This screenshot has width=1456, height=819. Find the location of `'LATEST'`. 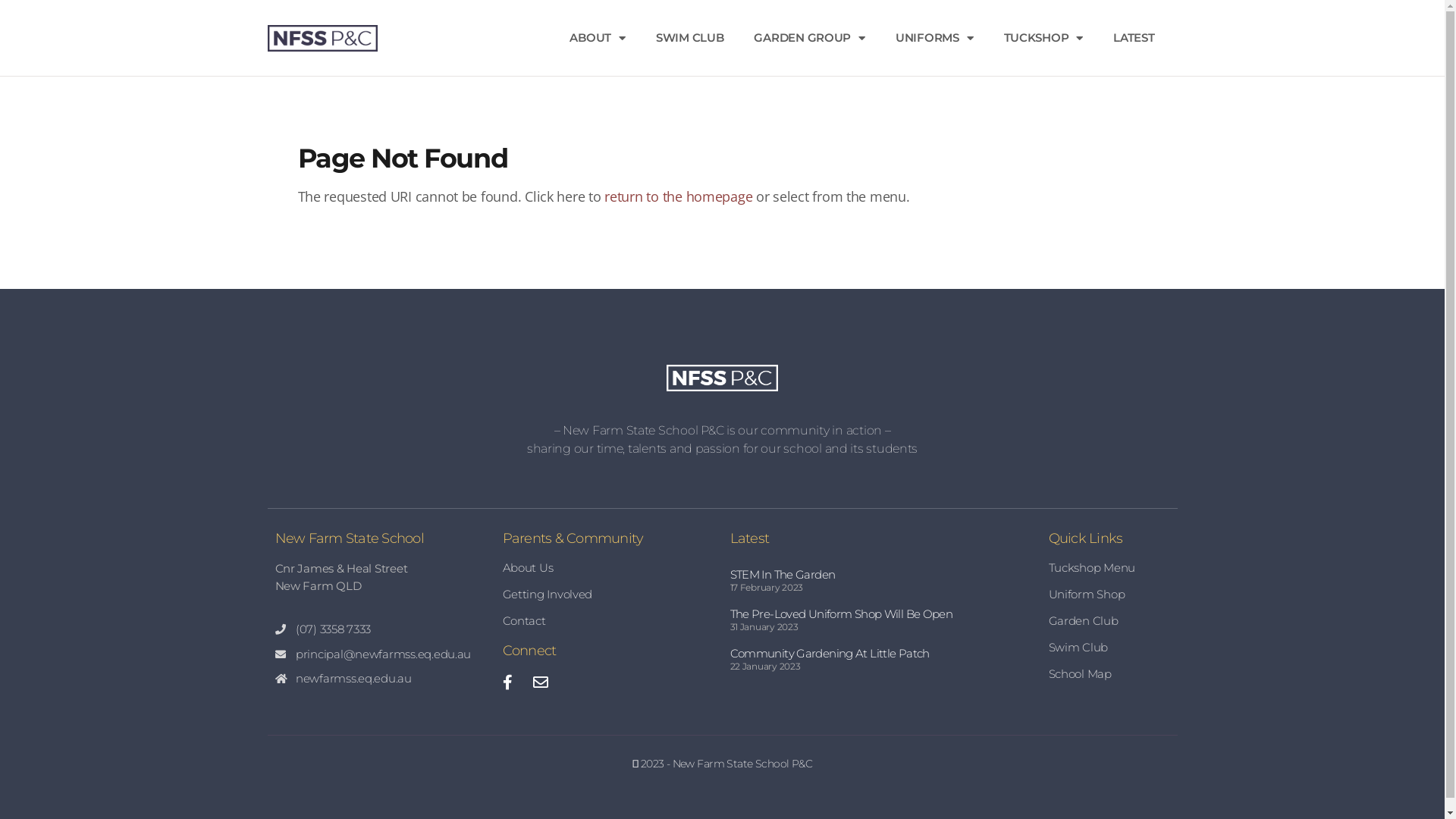

'LATEST' is located at coordinates (1133, 37).